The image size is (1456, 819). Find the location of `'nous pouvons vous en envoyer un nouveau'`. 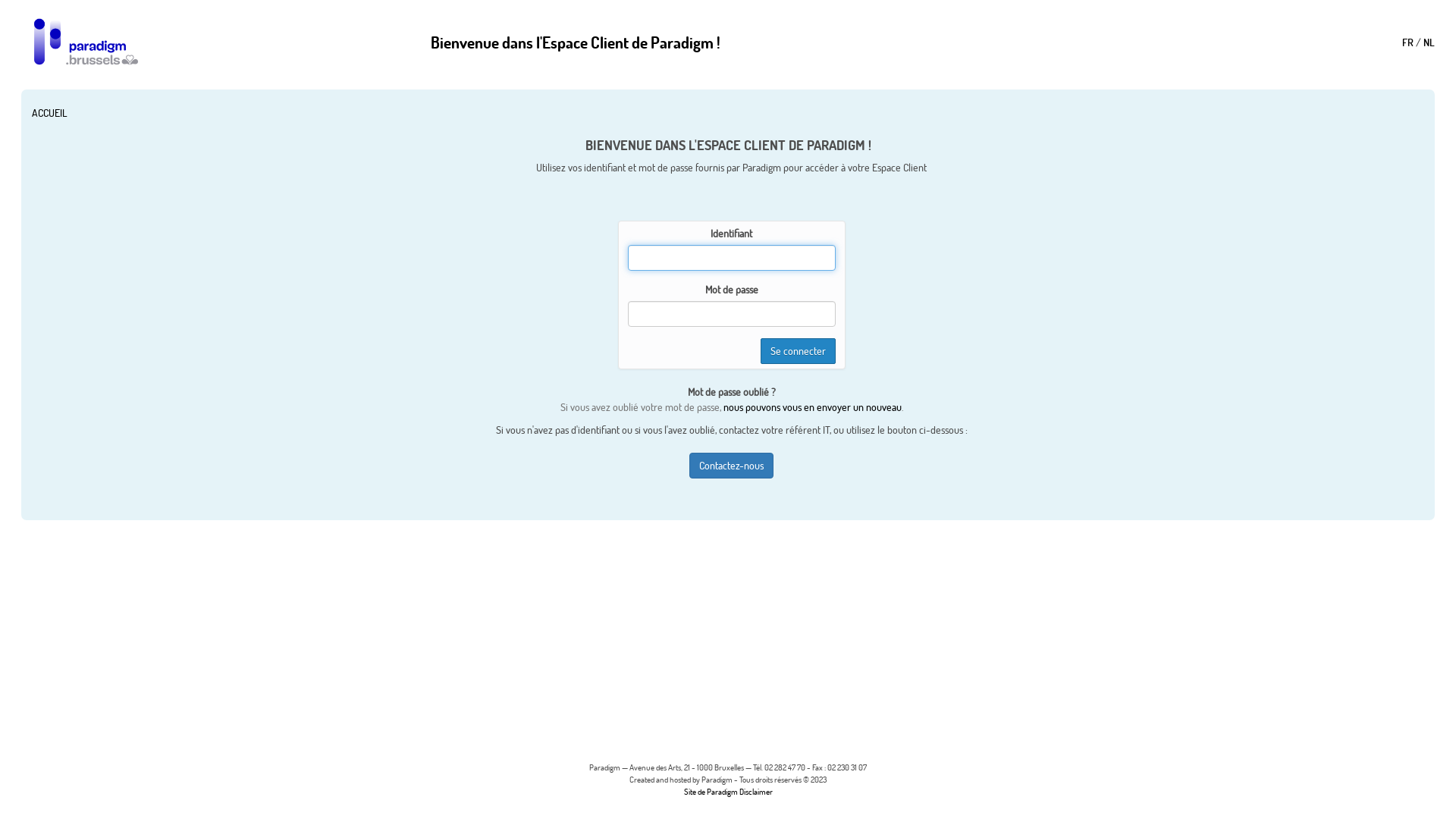

'nous pouvons vous en envoyer un nouveau' is located at coordinates (723, 406).